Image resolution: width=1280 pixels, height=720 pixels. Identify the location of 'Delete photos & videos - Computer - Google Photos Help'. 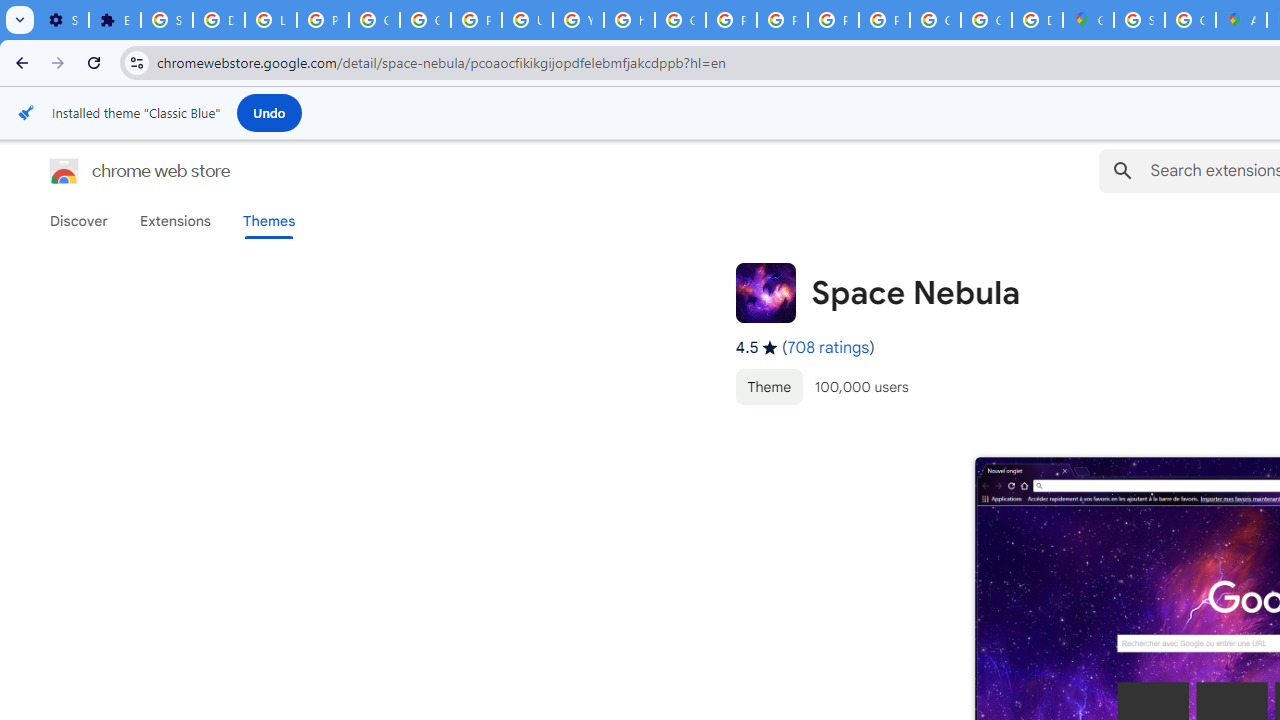
(218, 20).